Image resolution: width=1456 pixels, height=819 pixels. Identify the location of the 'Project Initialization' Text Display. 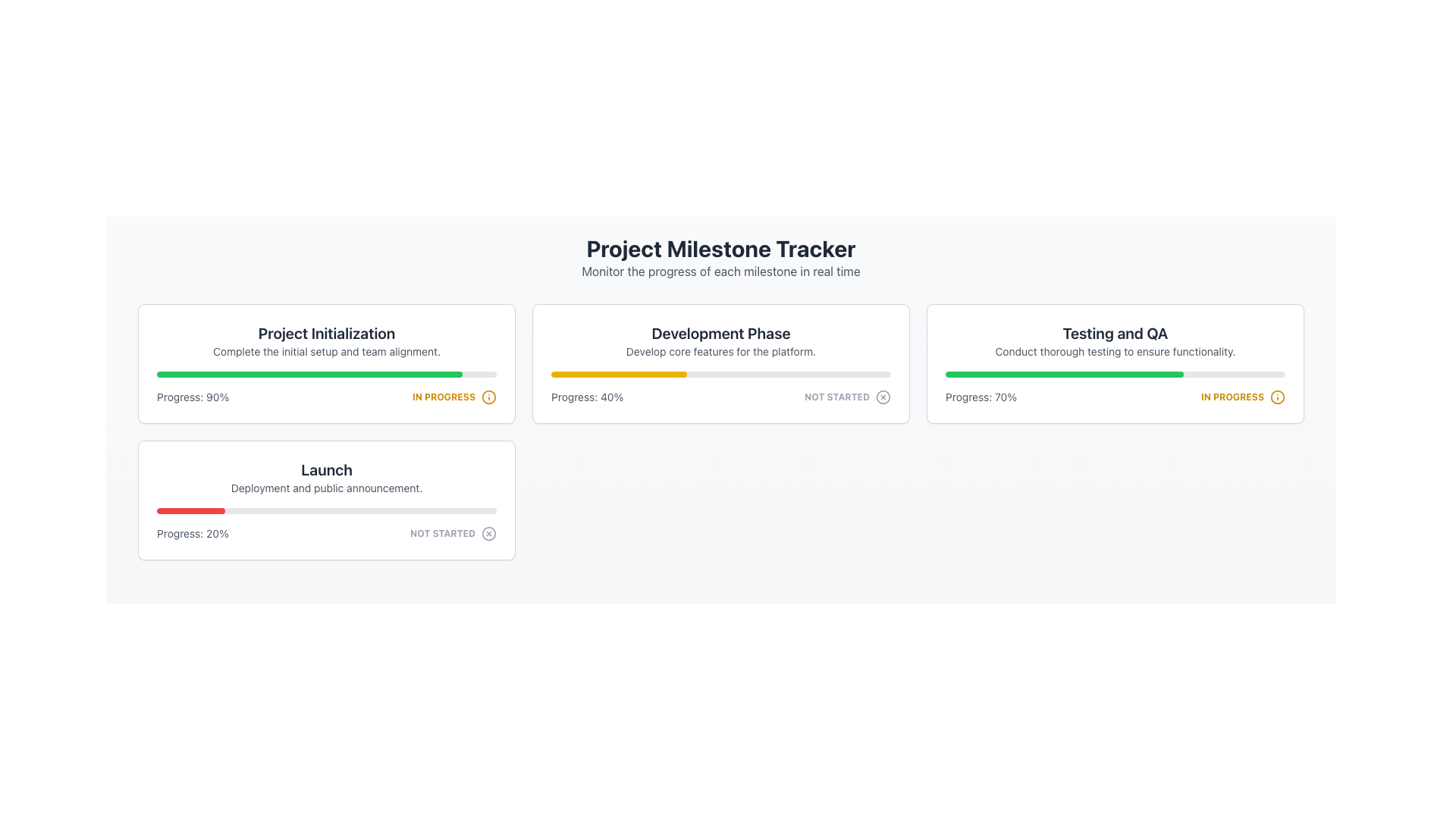
(326, 341).